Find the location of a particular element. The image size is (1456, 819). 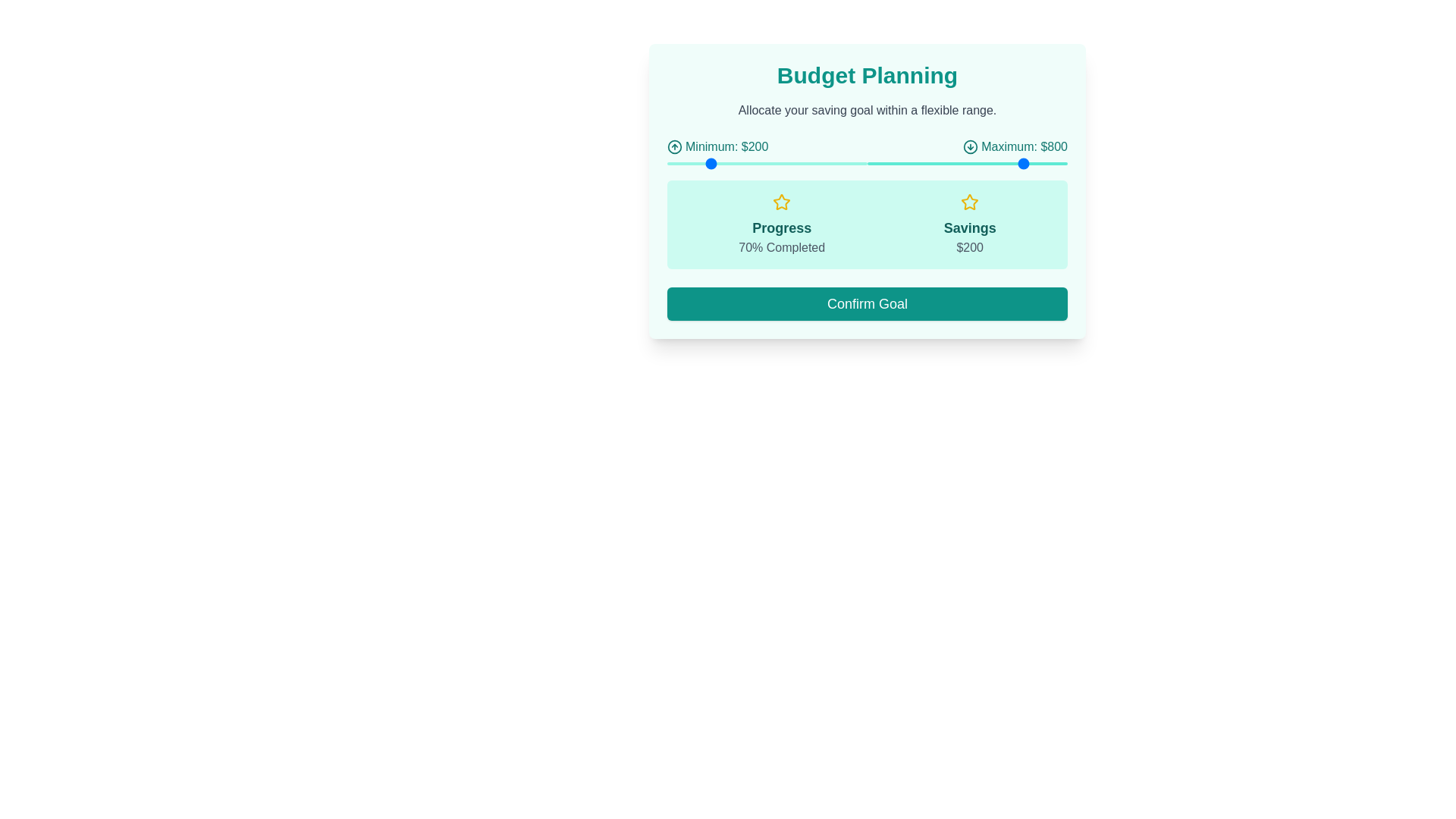

the slider value is located at coordinates (694, 164).